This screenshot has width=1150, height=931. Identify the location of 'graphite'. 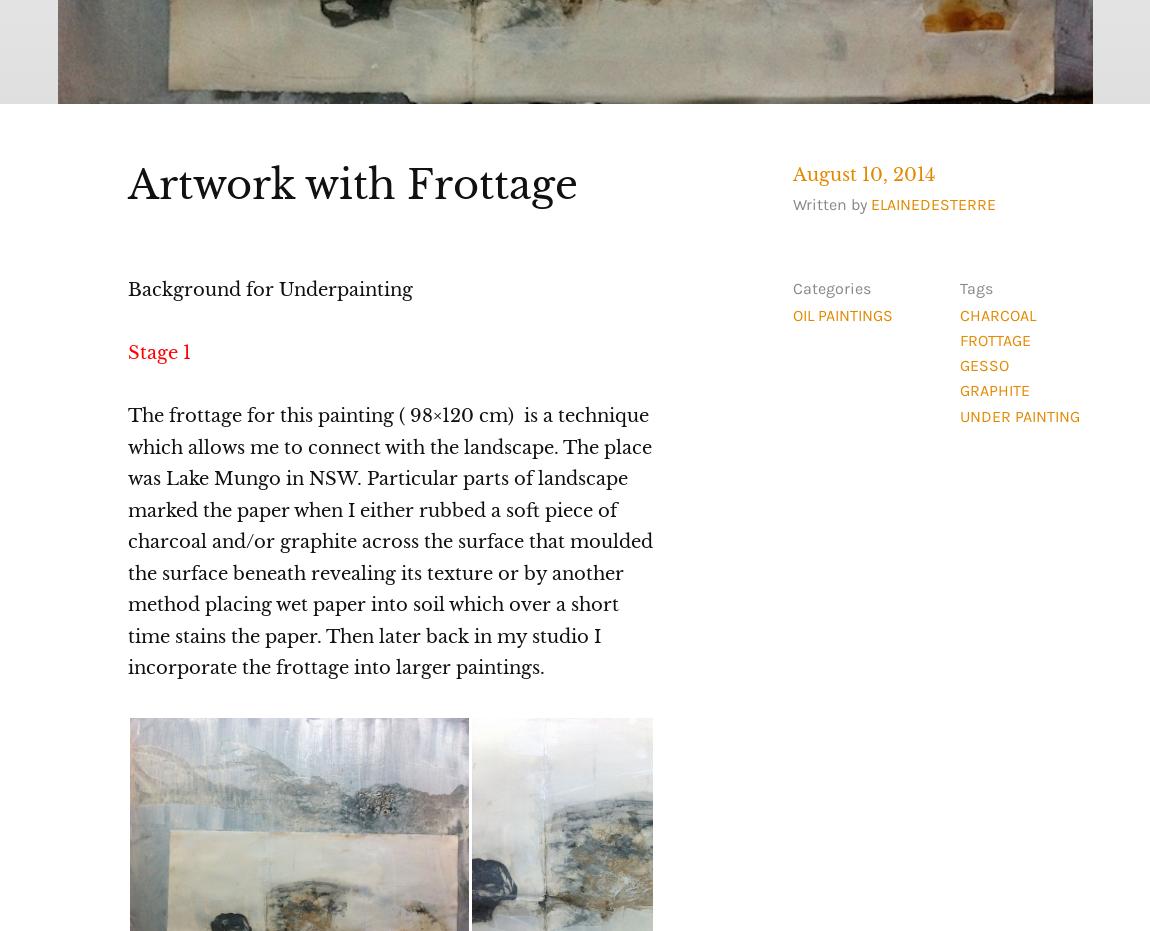
(993, 390).